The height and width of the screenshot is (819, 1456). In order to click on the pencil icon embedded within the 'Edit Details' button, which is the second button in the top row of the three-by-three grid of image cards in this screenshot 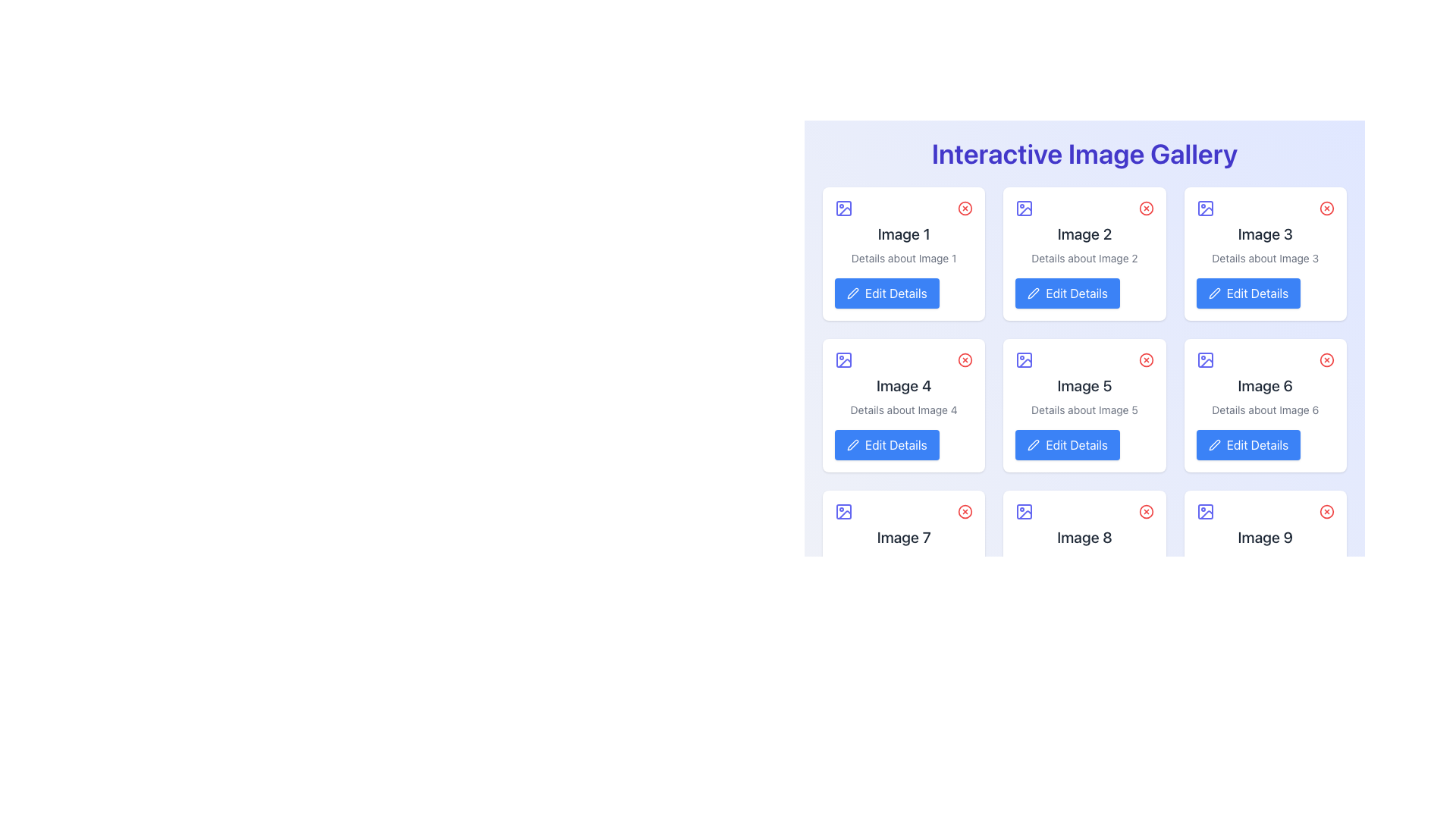, I will do `click(1033, 293)`.